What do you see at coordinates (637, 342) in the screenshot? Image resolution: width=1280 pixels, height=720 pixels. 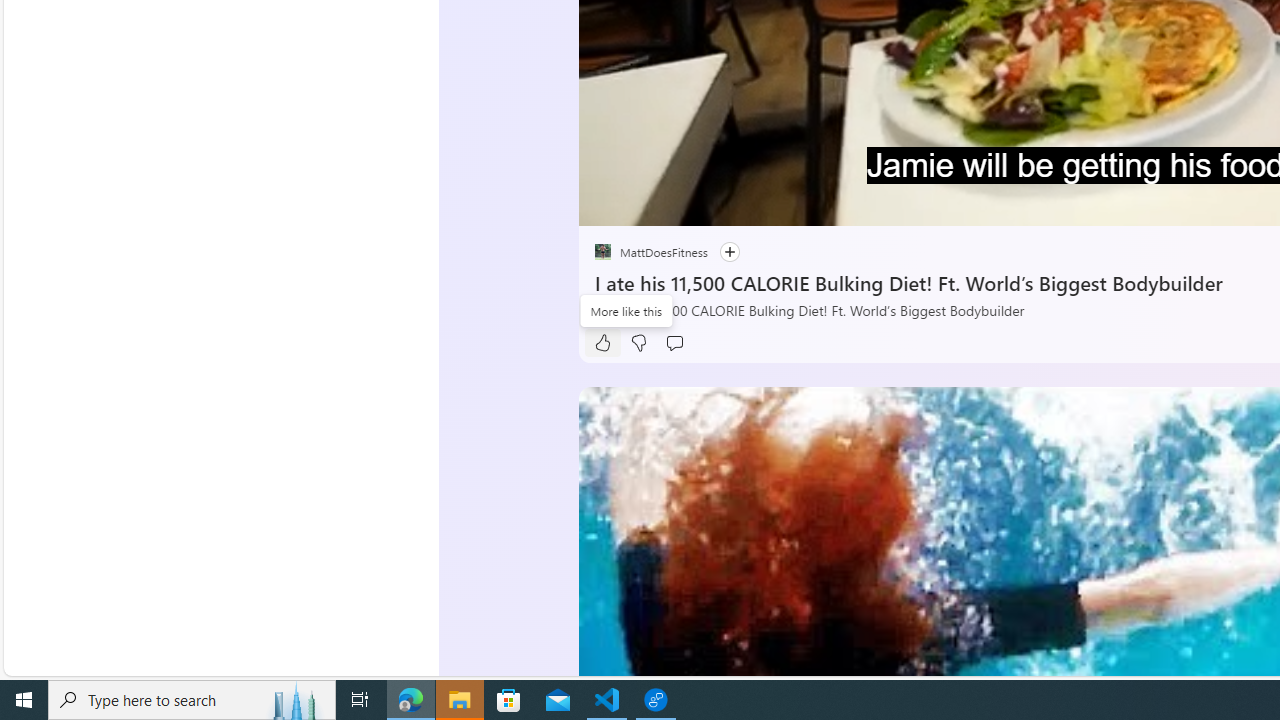 I see `'Dislike'` at bounding box center [637, 342].